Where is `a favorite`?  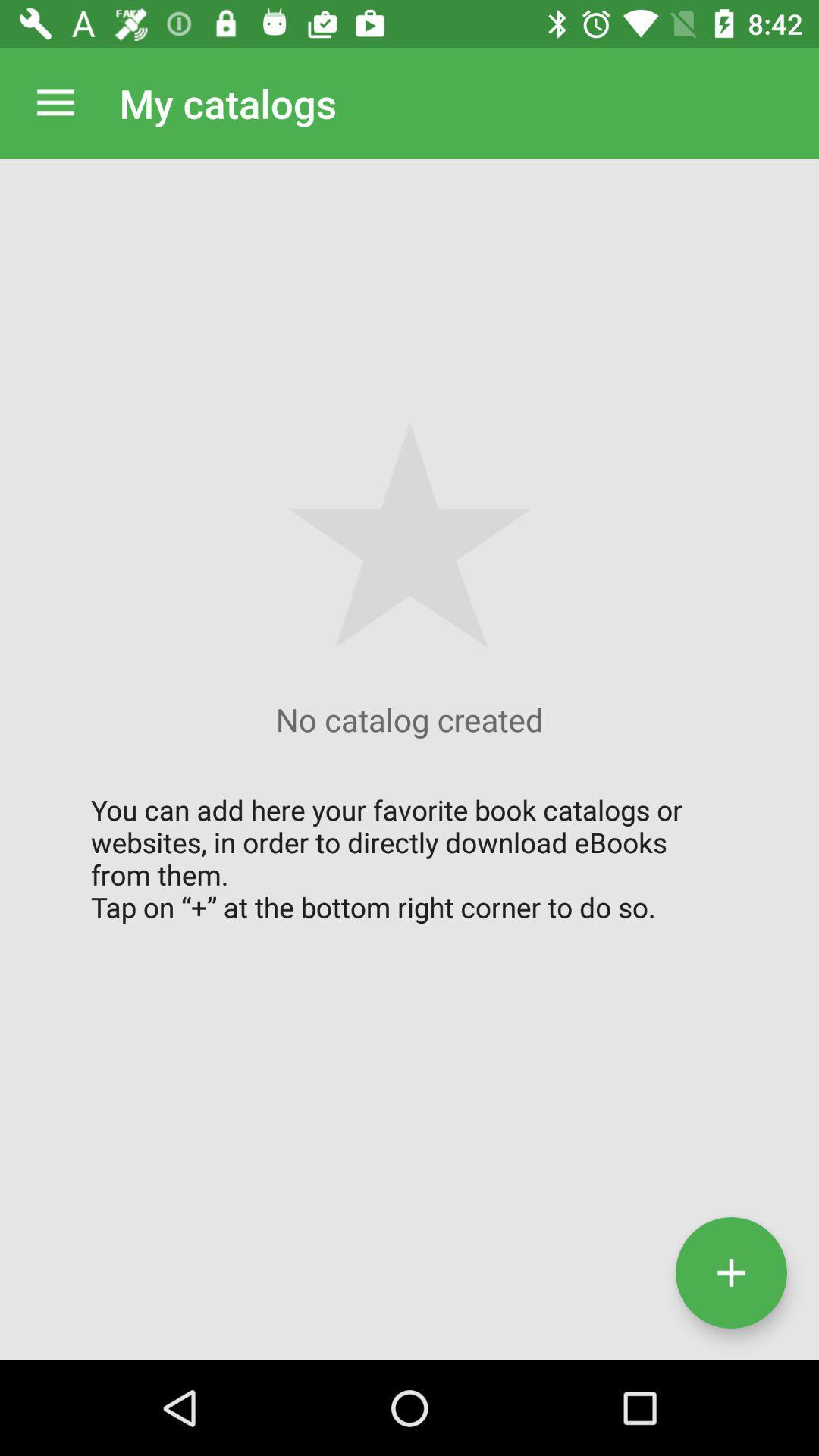 a favorite is located at coordinates (730, 1272).